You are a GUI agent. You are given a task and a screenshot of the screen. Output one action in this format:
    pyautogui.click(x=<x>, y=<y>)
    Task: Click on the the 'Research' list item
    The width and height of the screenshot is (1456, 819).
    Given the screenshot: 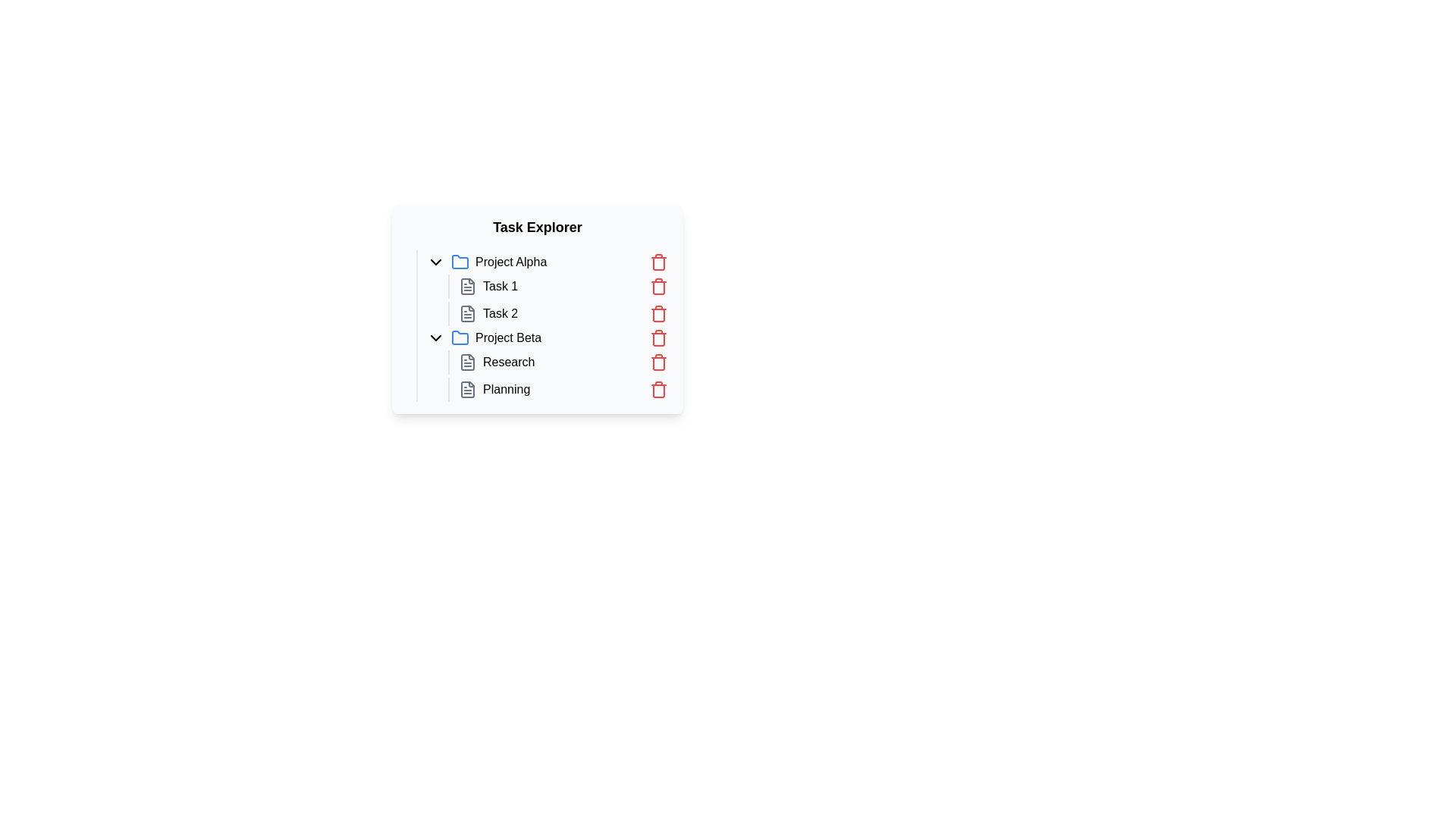 What is the action you would take?
    pyautogui.click(x=543, y=363)
    